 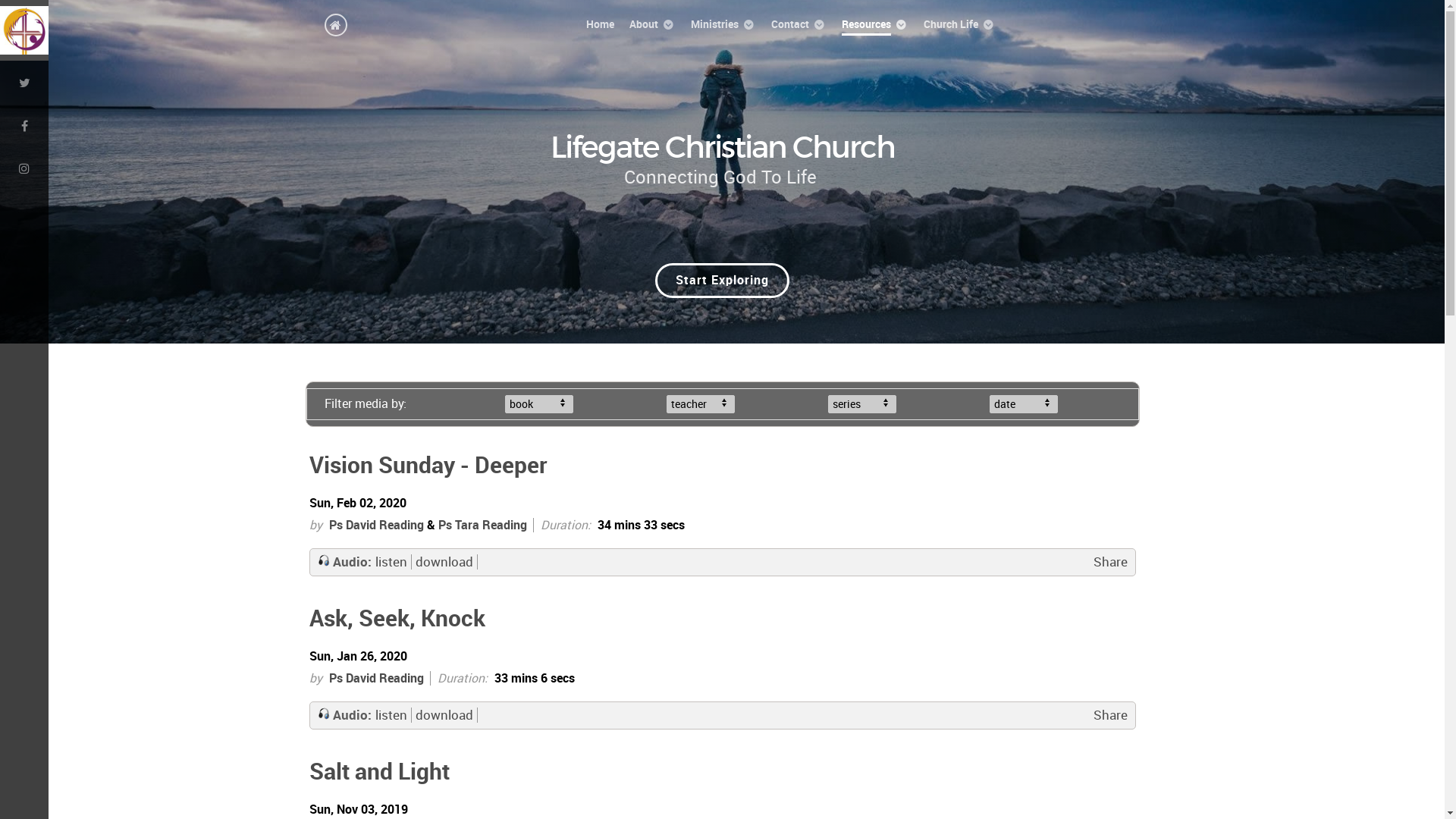 I want to click on 'series', so click(x=862, y=403).